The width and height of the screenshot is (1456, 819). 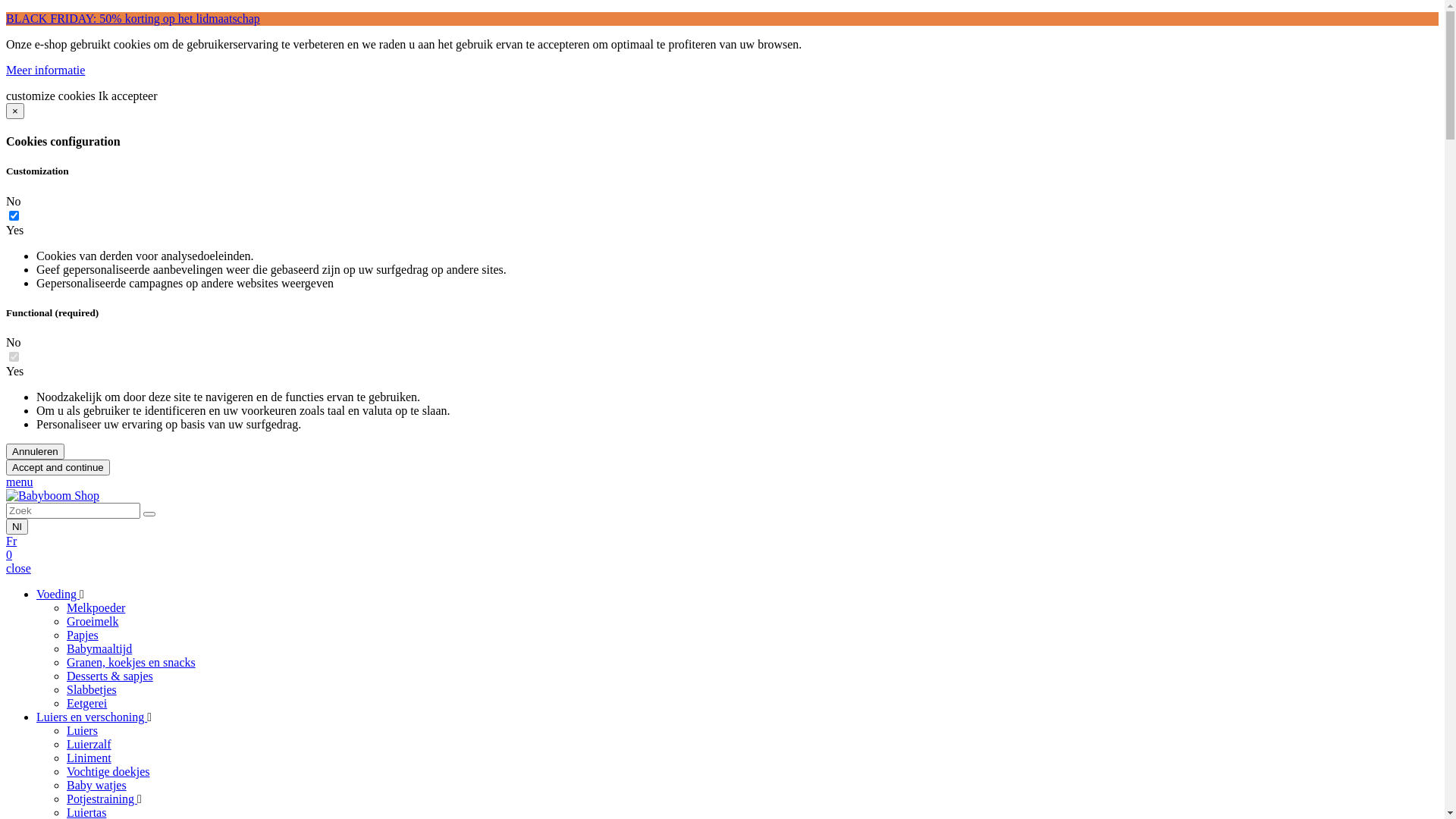 What do you see at coordinates (108, 675) in the screenshot?
I see `'Desserts & sapjes'` at bounding box center [108, 675].